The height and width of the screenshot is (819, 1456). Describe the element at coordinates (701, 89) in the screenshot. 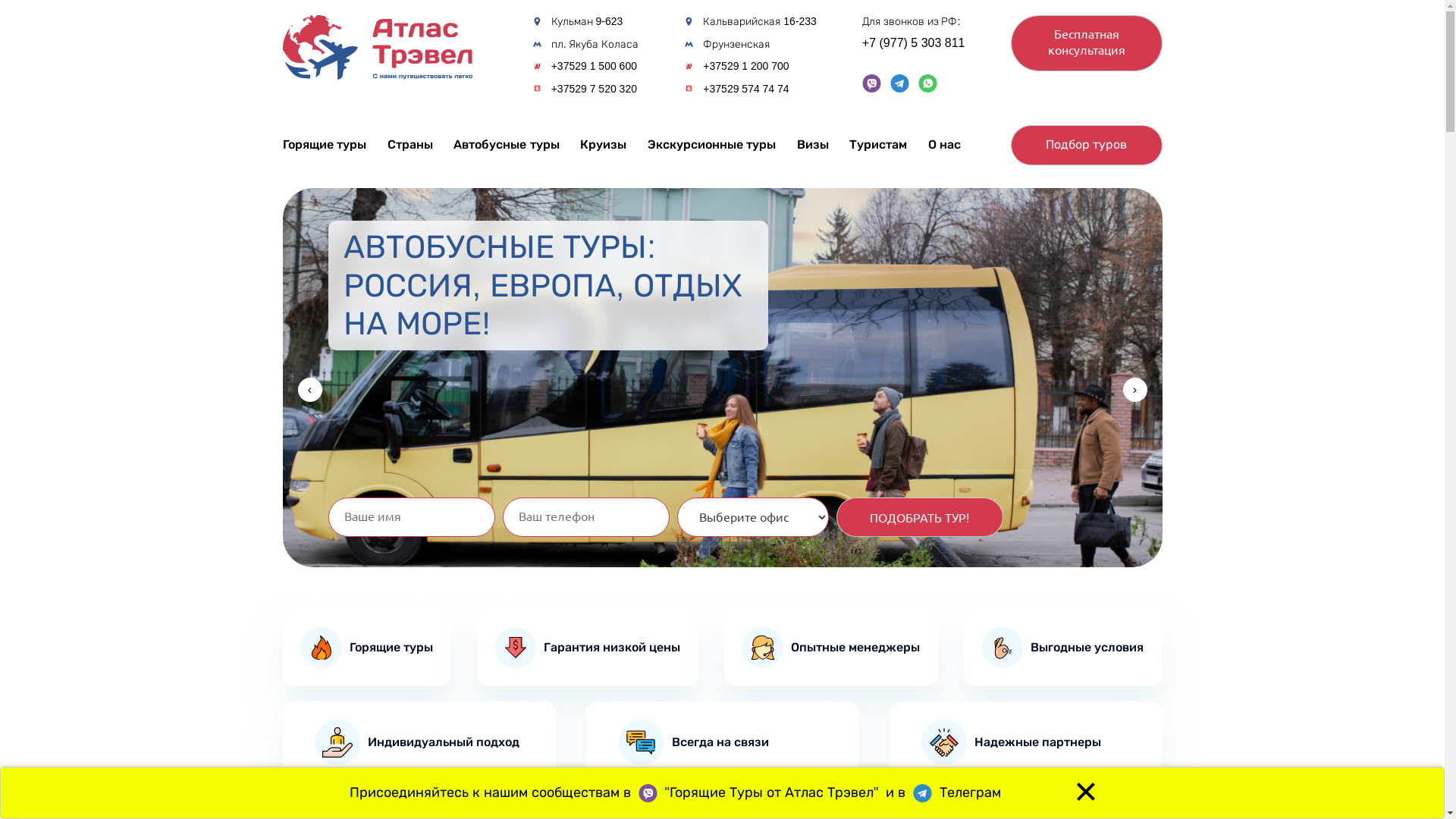

I see `'+37529 574 74 74'` at that location.